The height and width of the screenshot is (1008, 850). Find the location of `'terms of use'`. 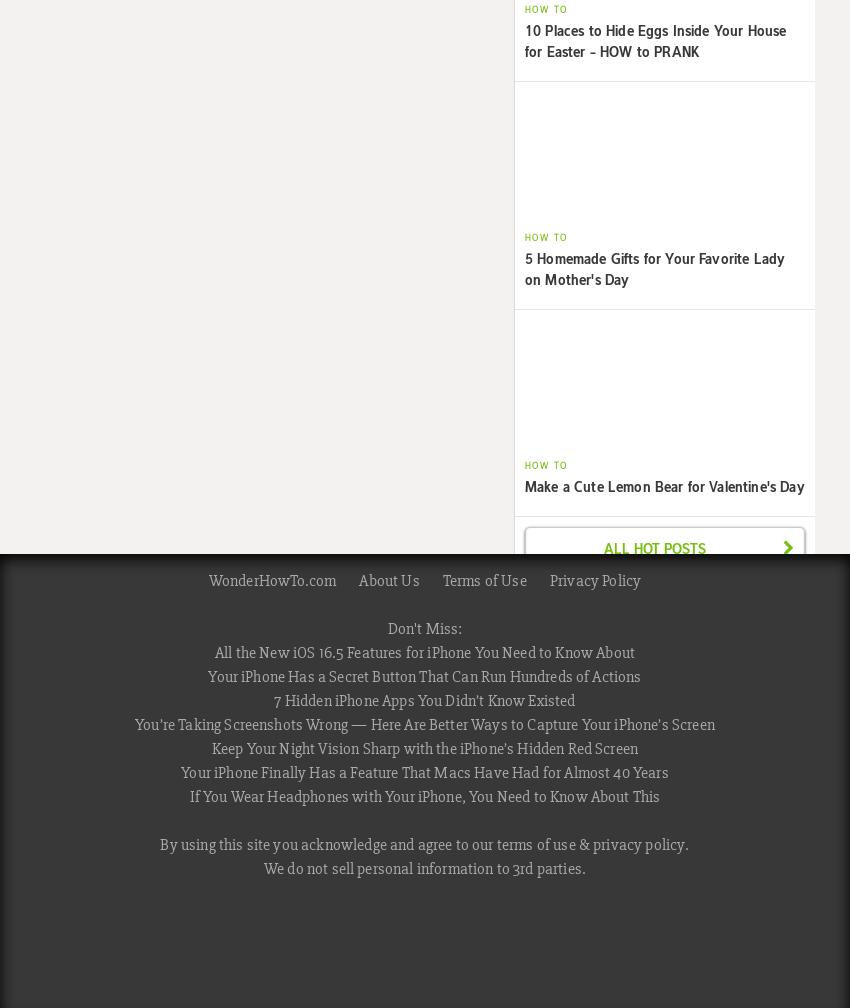

'terms of use' is located at coordinates (495, 843).